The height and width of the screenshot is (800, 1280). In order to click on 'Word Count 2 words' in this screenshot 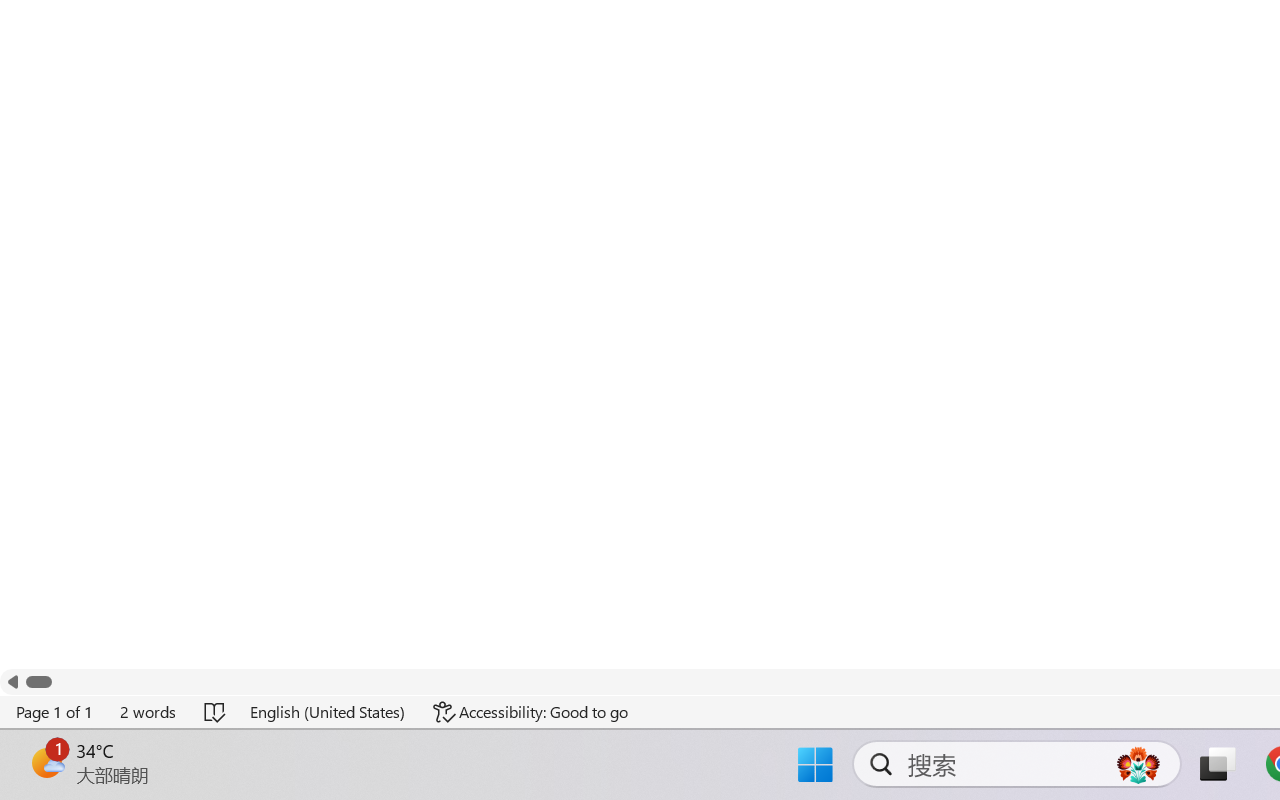, I will do `click(148, 711)`.